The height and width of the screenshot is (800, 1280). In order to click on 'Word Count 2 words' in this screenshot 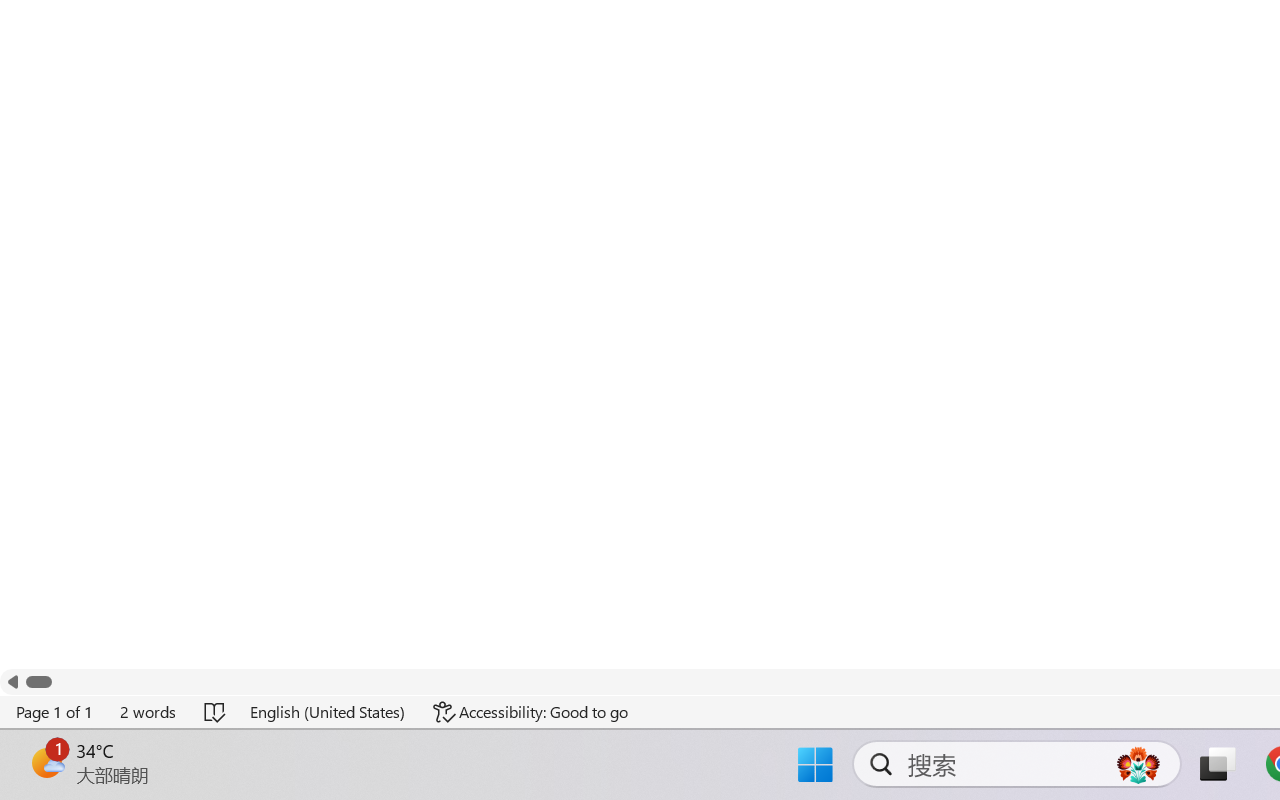, I will do `click(148, 711)`.